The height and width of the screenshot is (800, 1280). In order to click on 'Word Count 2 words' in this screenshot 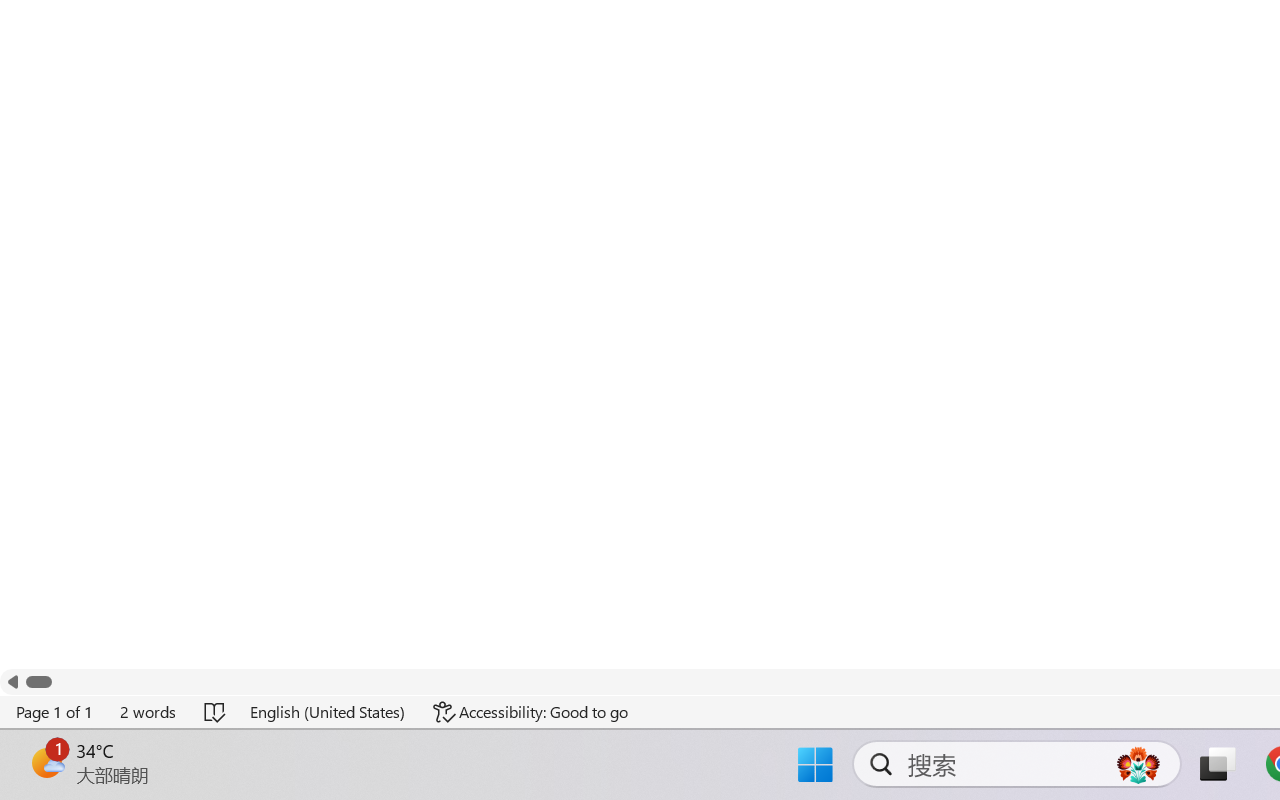, I will do `click(148, 711)`.